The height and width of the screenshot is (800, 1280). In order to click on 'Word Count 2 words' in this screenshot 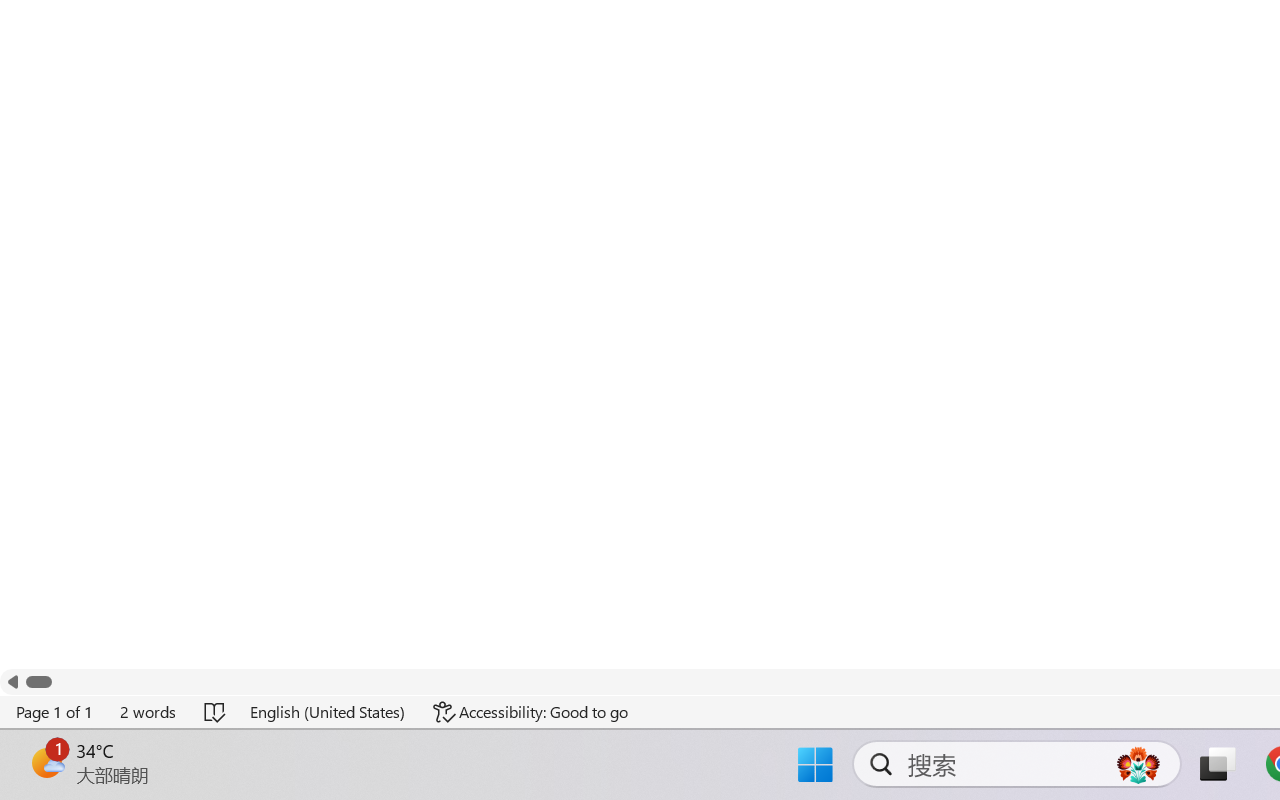, I will do `click(148, 711)`.